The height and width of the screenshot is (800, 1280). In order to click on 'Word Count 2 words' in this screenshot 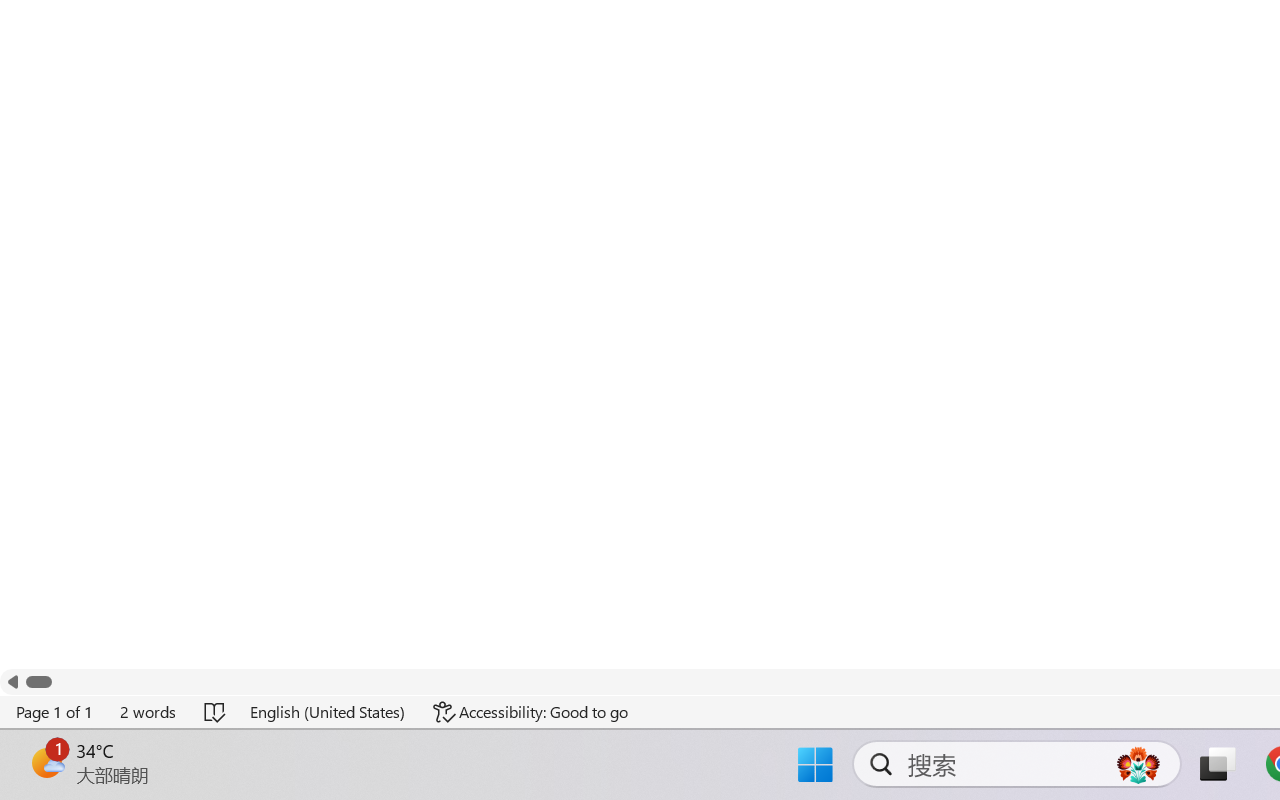, I will do `click(148, 711)`.